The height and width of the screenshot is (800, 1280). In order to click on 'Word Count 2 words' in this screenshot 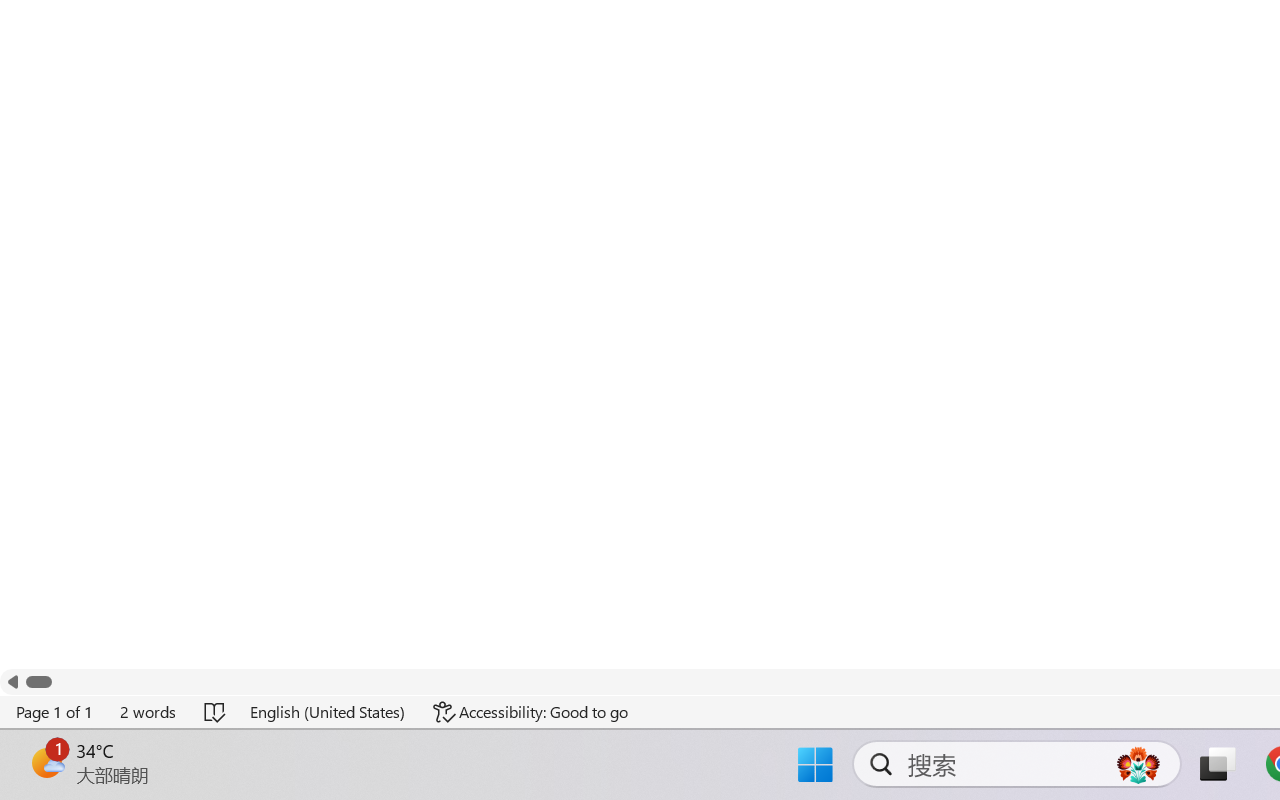, I will do `click(148, 711)`.